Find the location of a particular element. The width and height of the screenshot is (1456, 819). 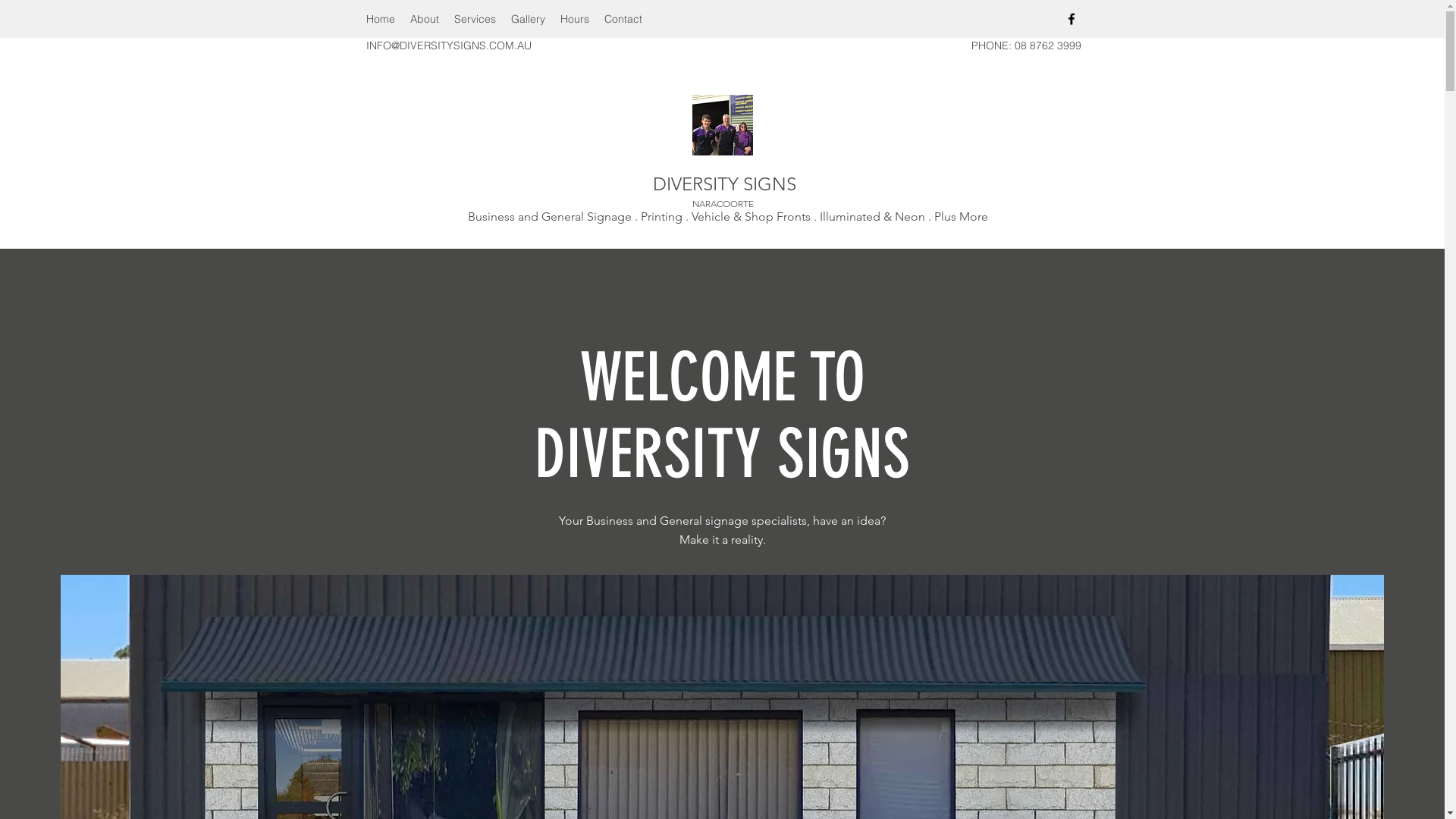

'INFO@DIVERSITYSIGNS.COM.AU' is located at coordinates (365, 45).